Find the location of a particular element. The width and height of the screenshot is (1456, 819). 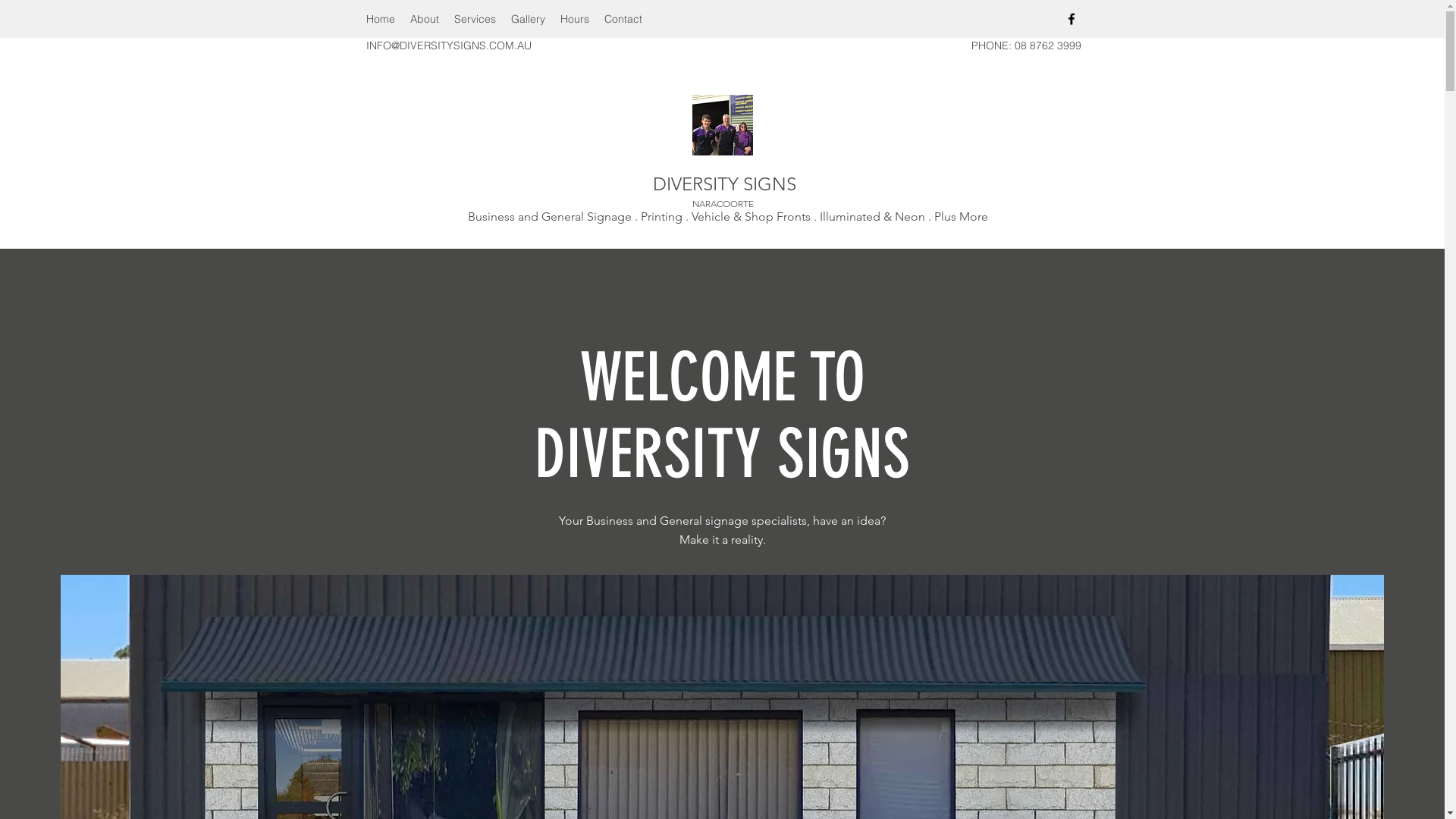

'INFO@DIVERSITYSIGNS.COM.AU' is located at coordinates (365, 45).